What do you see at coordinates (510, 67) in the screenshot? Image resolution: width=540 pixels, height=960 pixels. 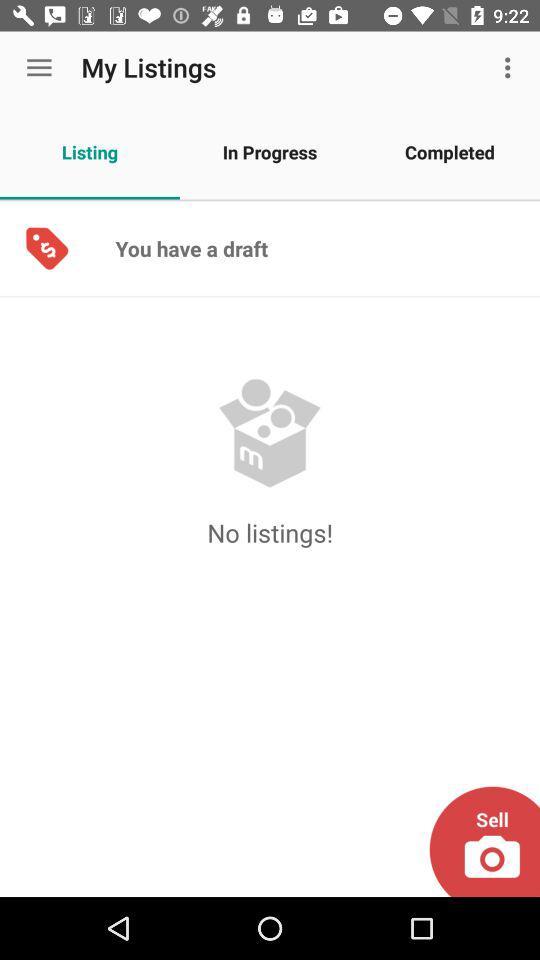 I see `more icon` at bounding box center [510, 67].